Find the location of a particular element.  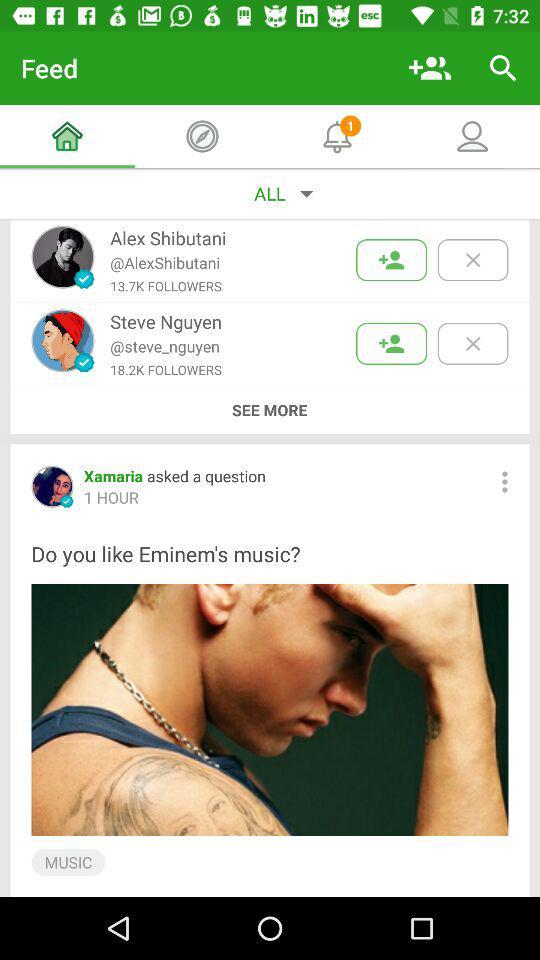

see more icon is located at coordinates (269, 409).